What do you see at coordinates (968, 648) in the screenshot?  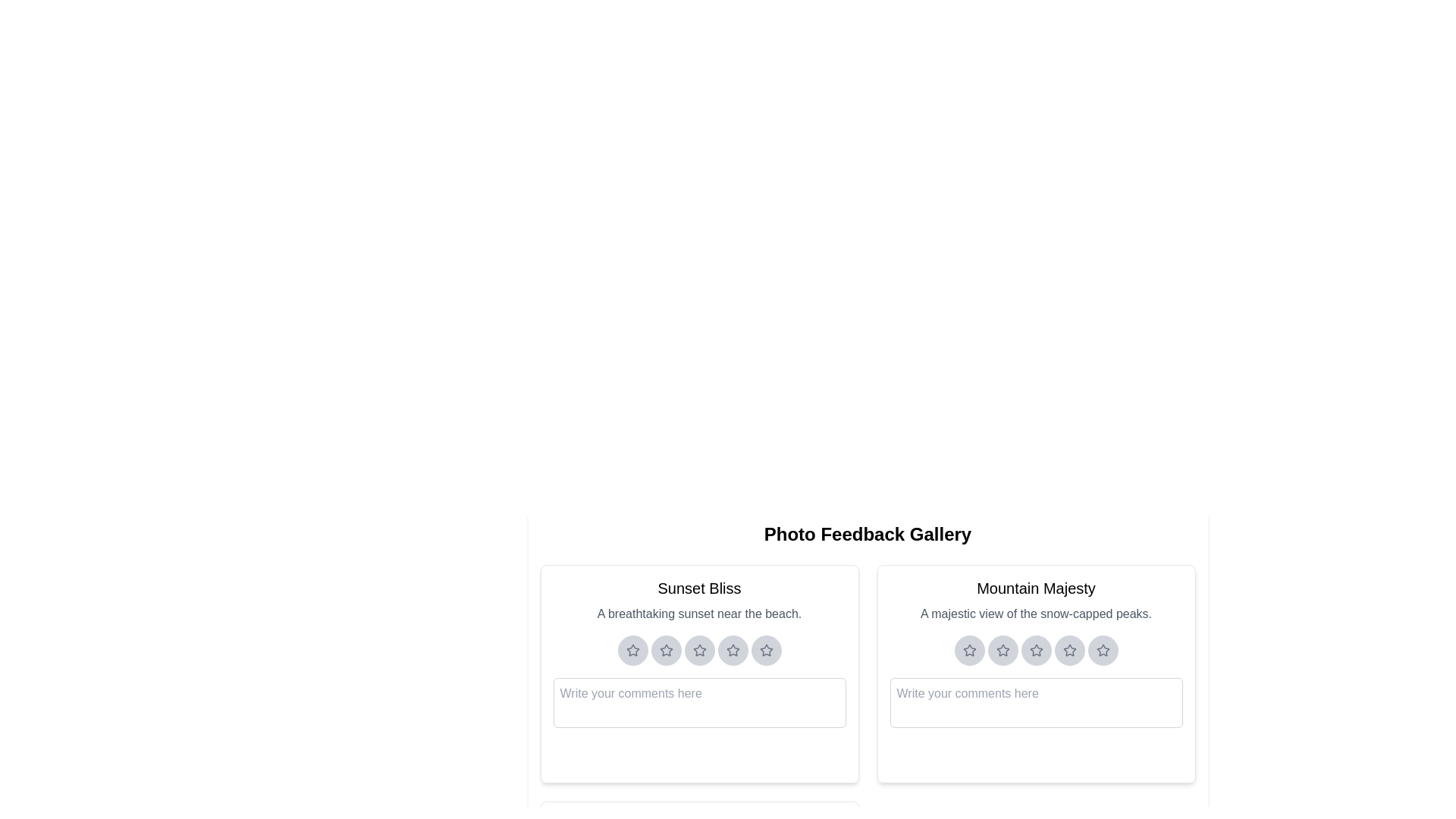 I see `the first interactive star icon for rating in the Photo Feedback Gallery to rate the Mountain Majesty photo` at bounding box center [968, 648].